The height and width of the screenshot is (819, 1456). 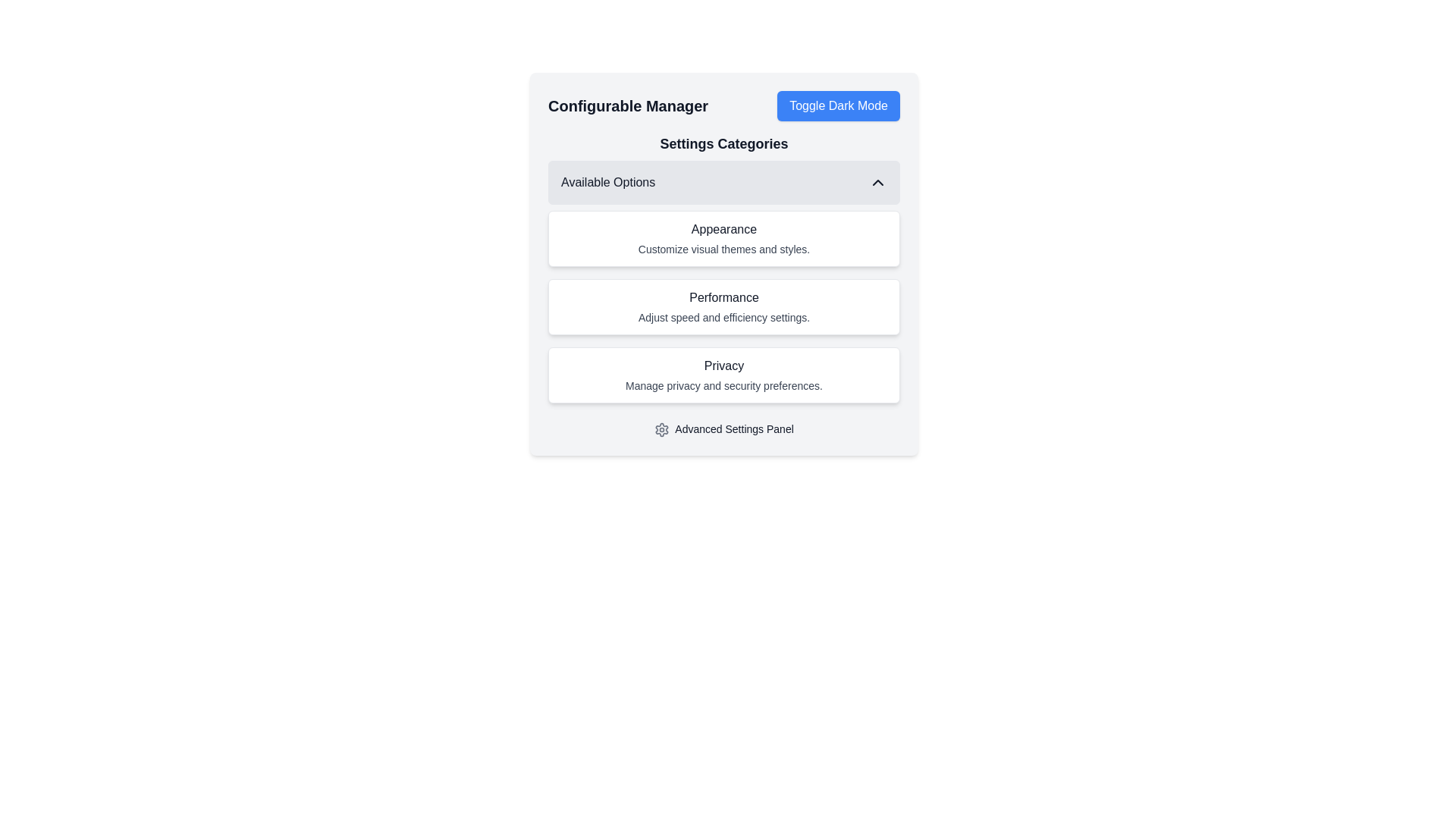 I want to click on the Text Label that provides a description about the 'Appearance' settings, located below the 'Appearance' header in the settings options, so click(x=723, y=248).